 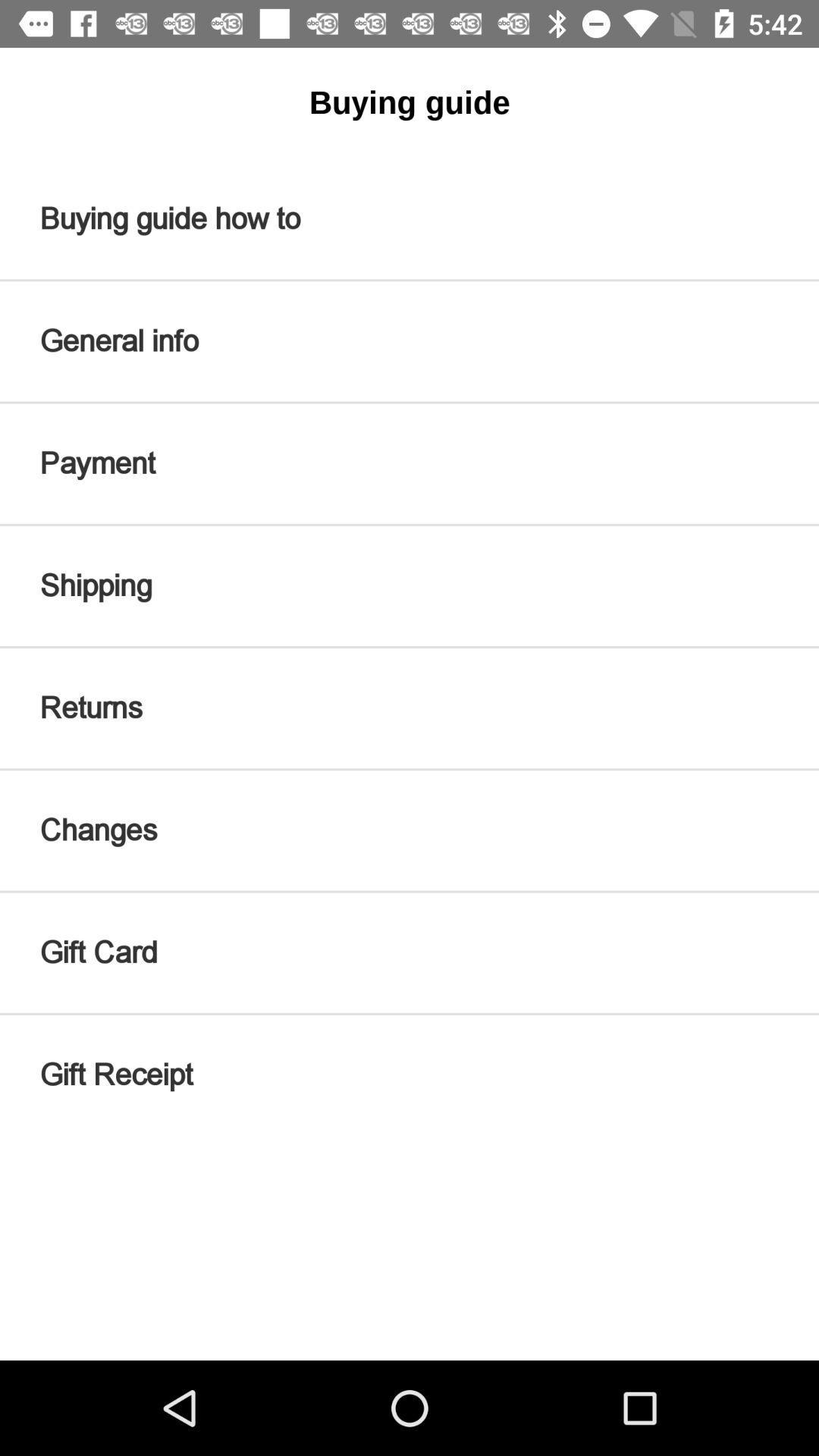 What do you see at coordinates (409, 585) in the screenshot?
I see `shipping item` at bounding box center [409, 585].